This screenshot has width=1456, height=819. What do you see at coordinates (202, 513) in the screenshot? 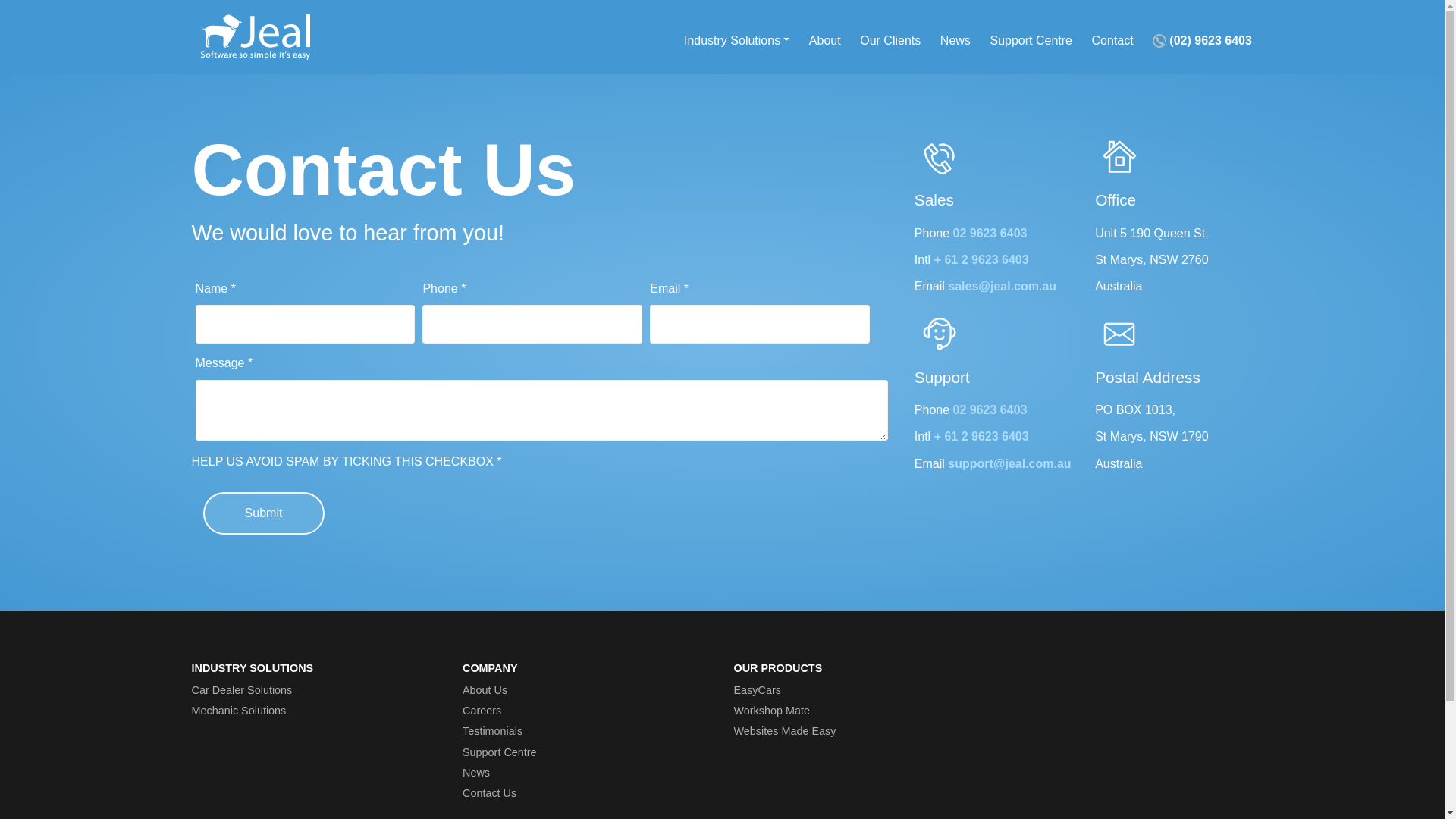
I see `'Submit'` at bounding box center [202, 513].